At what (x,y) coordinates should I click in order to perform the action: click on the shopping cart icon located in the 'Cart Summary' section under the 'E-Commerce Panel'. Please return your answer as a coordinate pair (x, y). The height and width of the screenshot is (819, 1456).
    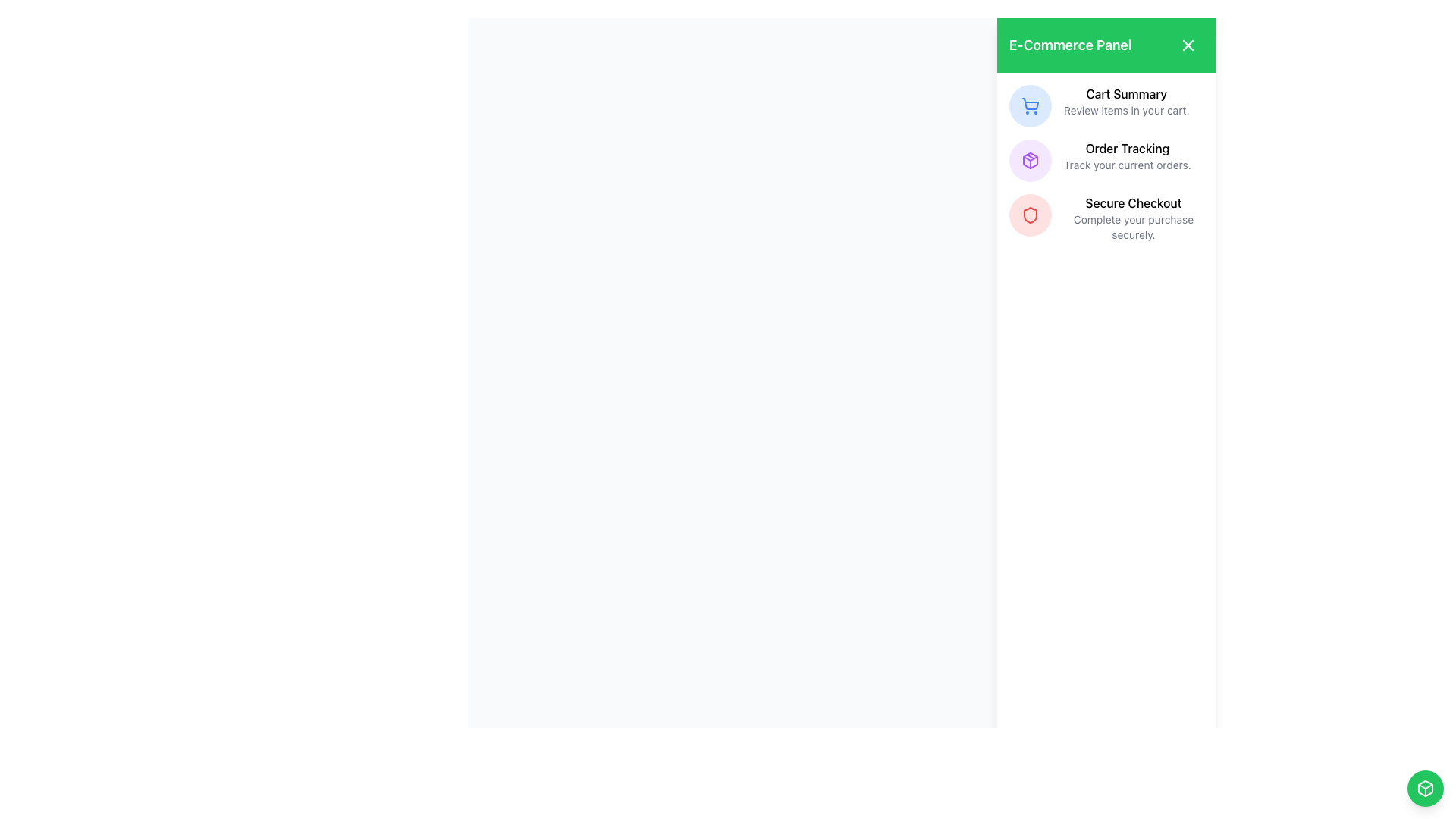
    Looking at the image, I should click on (1030, 103).